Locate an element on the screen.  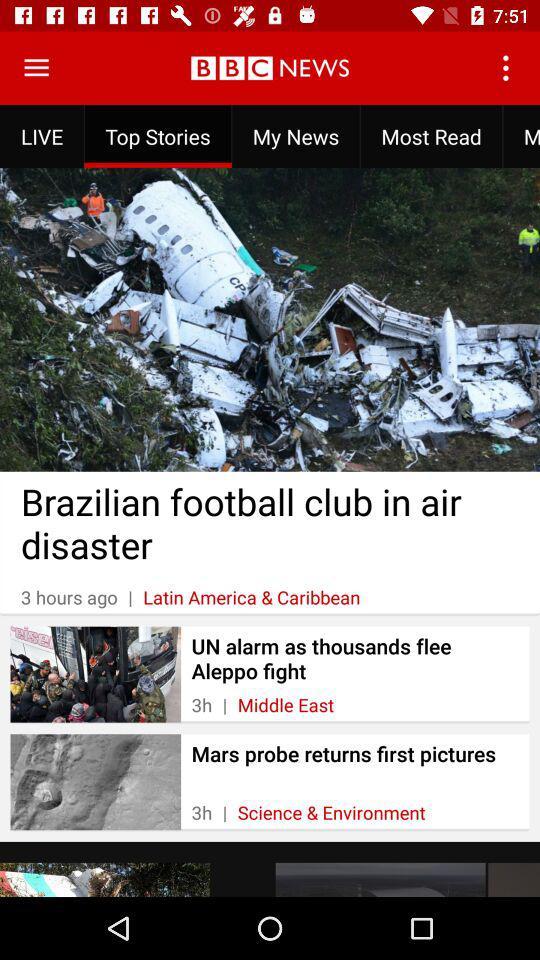
the live item is located at coordinates (42, 135).